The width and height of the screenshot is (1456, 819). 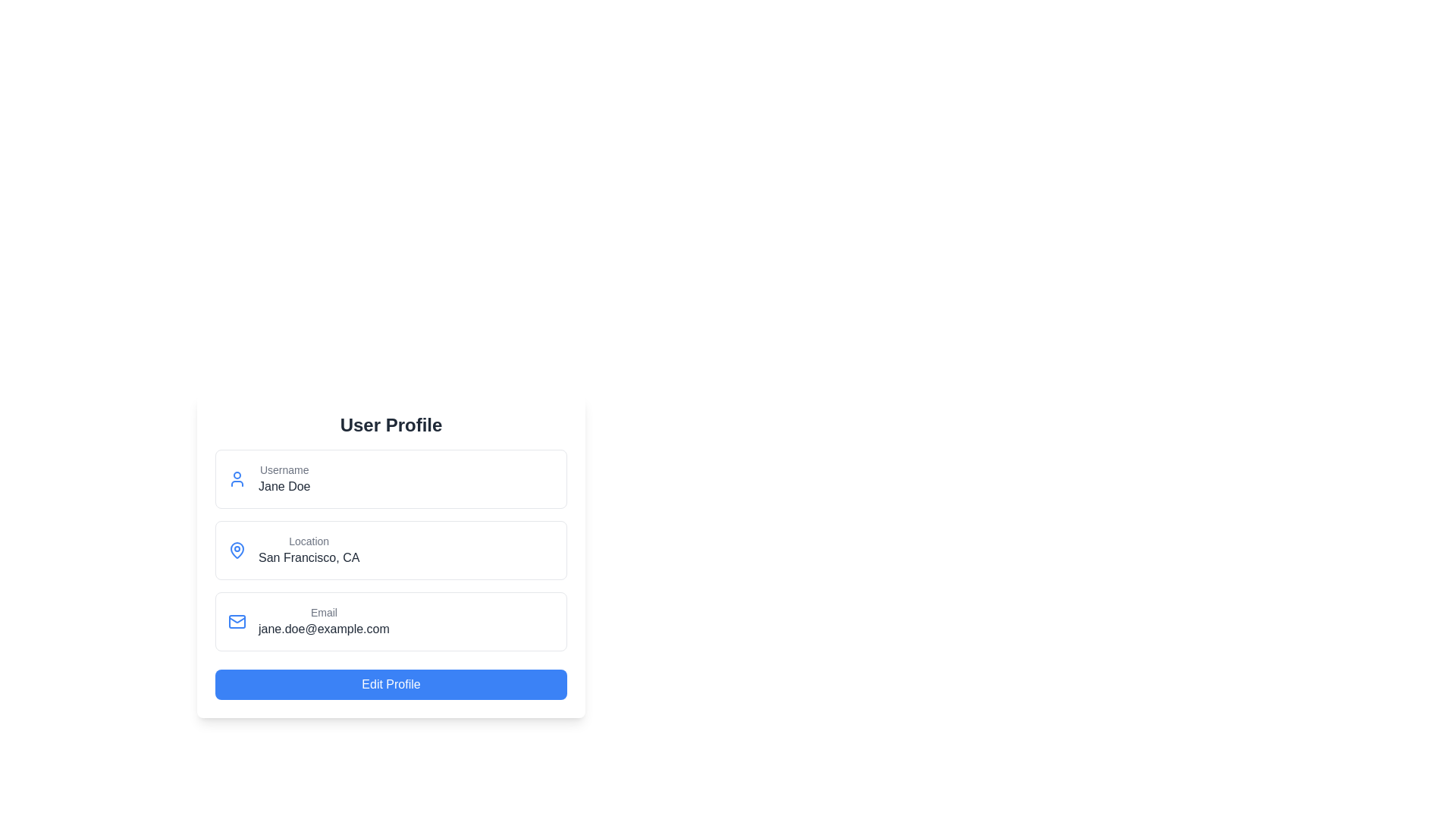 I want to click on the text label indicating the email address in the 'User Profile' card, which is positioned directly above 'jane.doe@example.com', so click(x=323, y=611).